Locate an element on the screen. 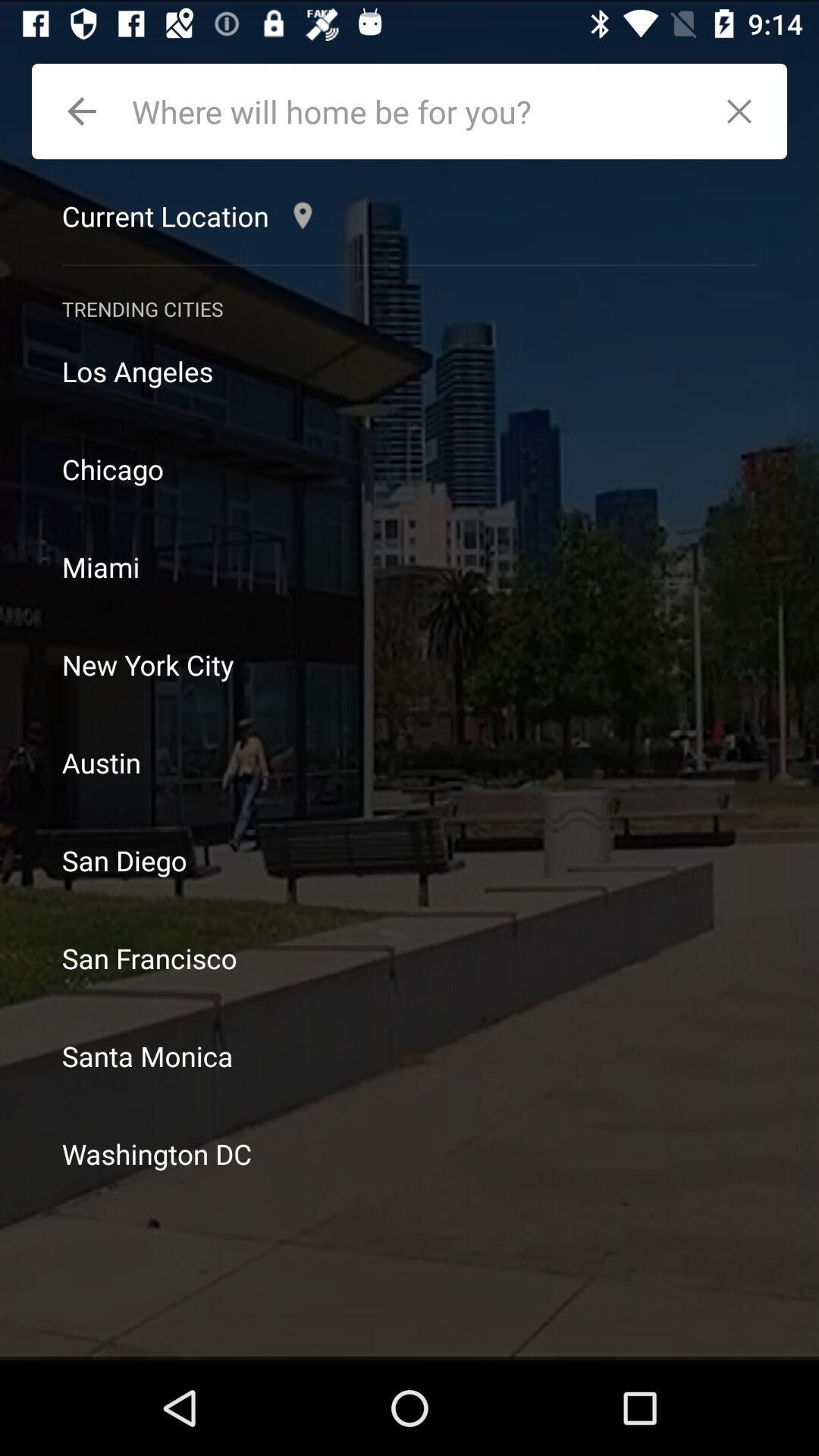 The height and width of the screenshot is (1456, 819). item above the santa monica item is located at coordinates (409, 957).